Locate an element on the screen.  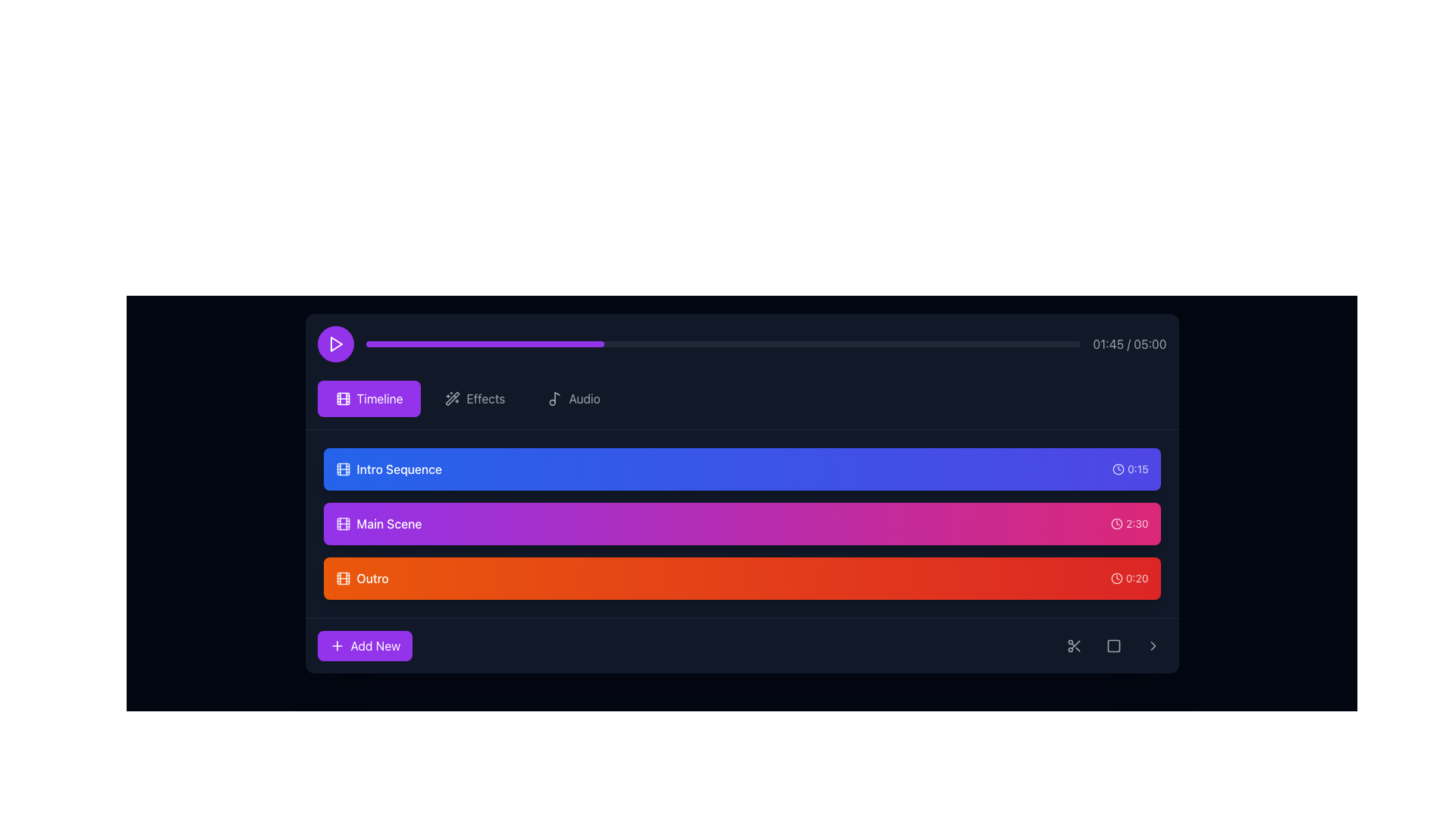
the 'Intro Sequence' card at the top of the list is located at coordinates (742, 468).